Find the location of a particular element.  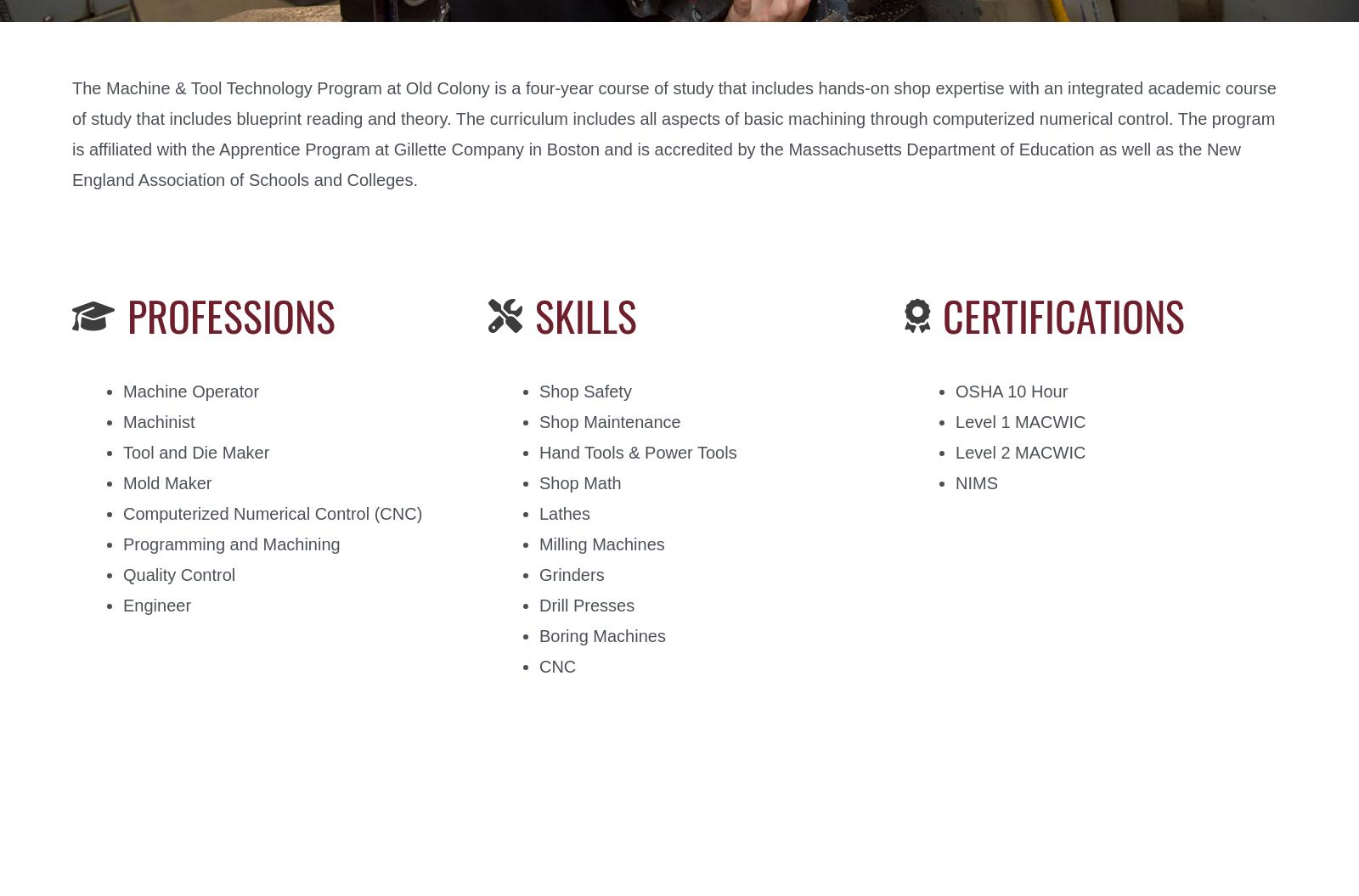

'Milling Machines' is located at coordinates (601, 544).